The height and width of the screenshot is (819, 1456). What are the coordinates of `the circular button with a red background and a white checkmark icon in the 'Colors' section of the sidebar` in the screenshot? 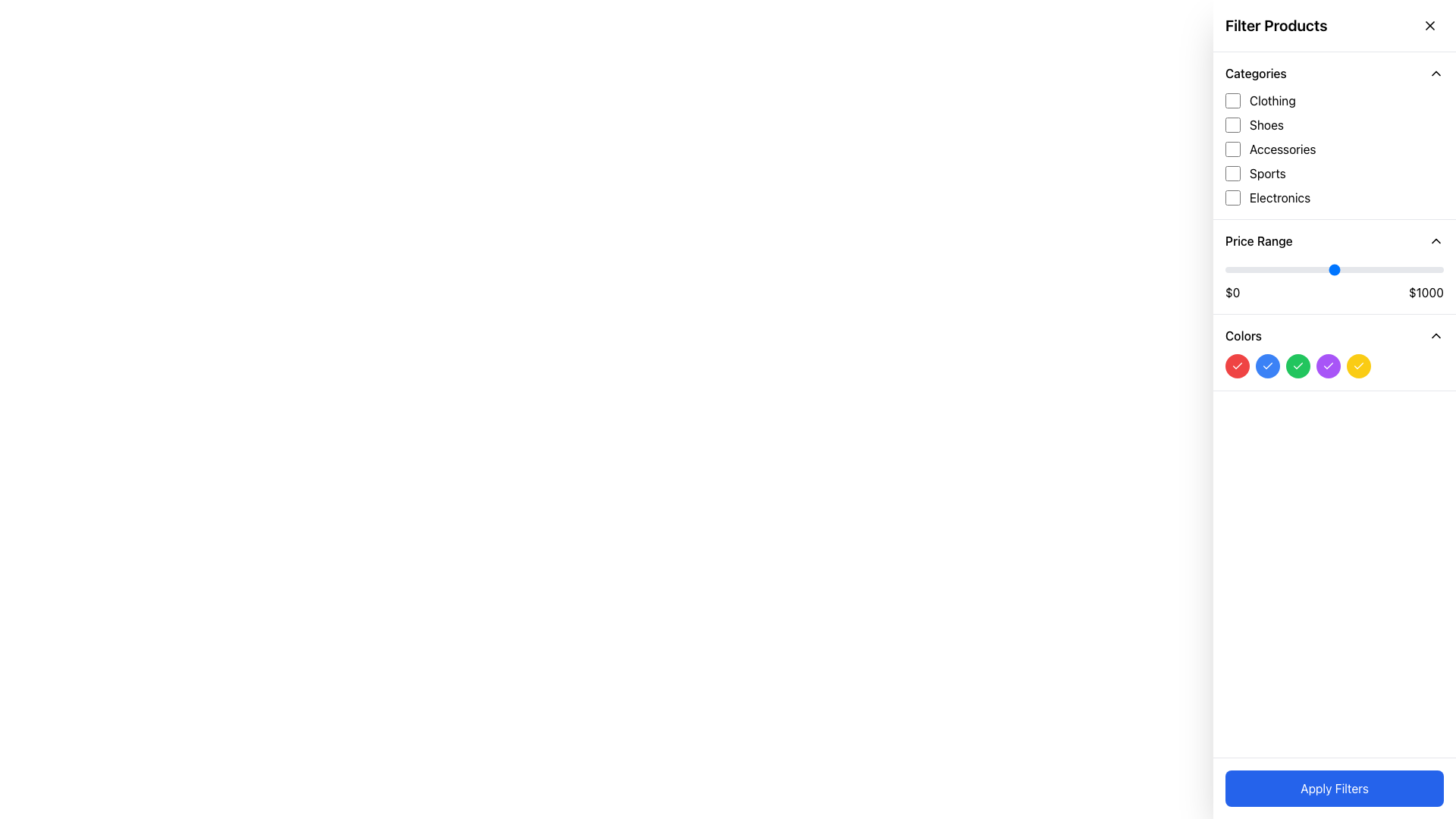 It's located at (1238, 366).